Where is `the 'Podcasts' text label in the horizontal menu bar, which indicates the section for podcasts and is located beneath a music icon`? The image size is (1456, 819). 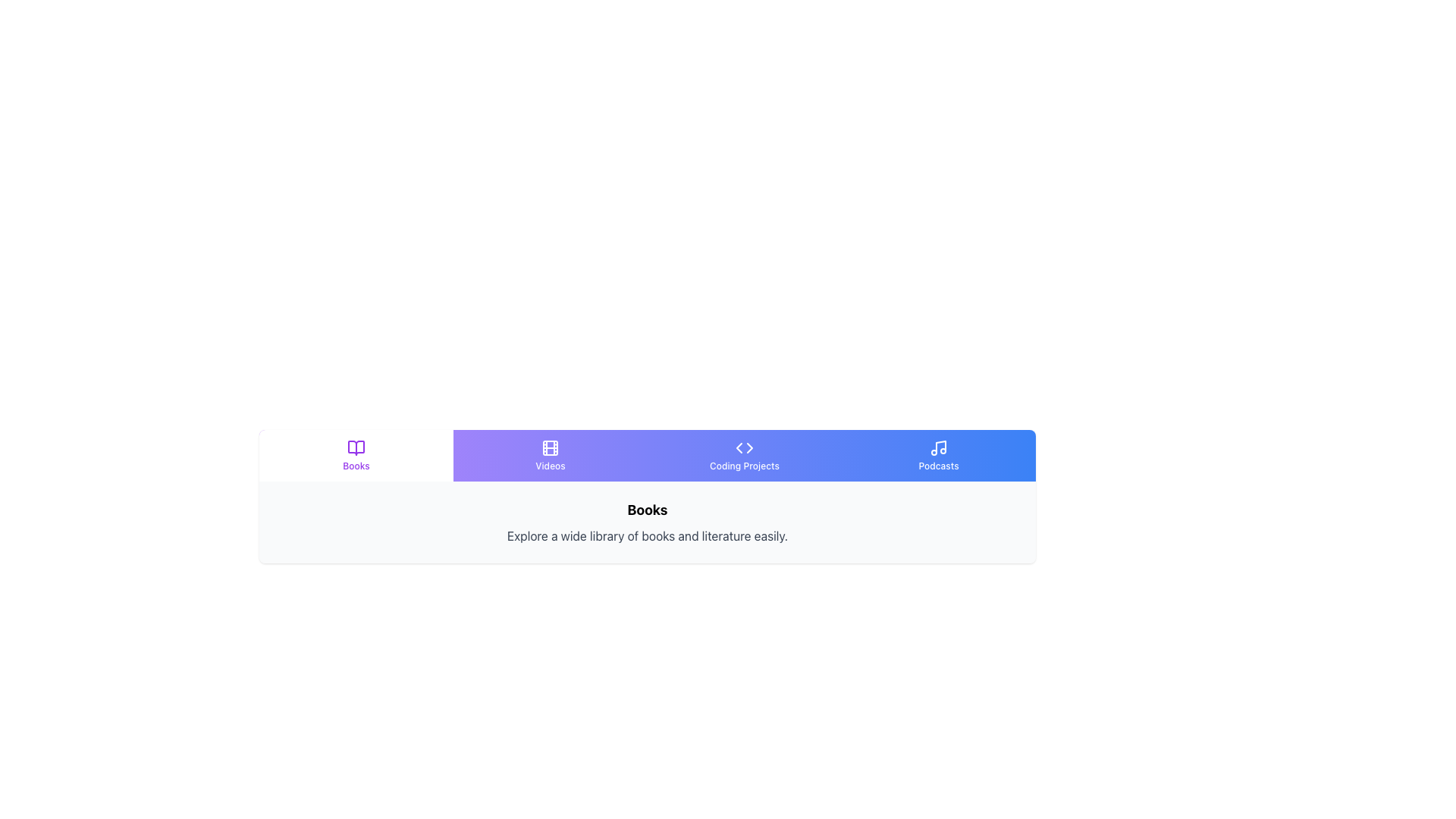 the 'Podcasts' text label in the horizontal menu bar, which indicates the section for podcasts and is located beneath a music icon is located at coordinates (938, 465).